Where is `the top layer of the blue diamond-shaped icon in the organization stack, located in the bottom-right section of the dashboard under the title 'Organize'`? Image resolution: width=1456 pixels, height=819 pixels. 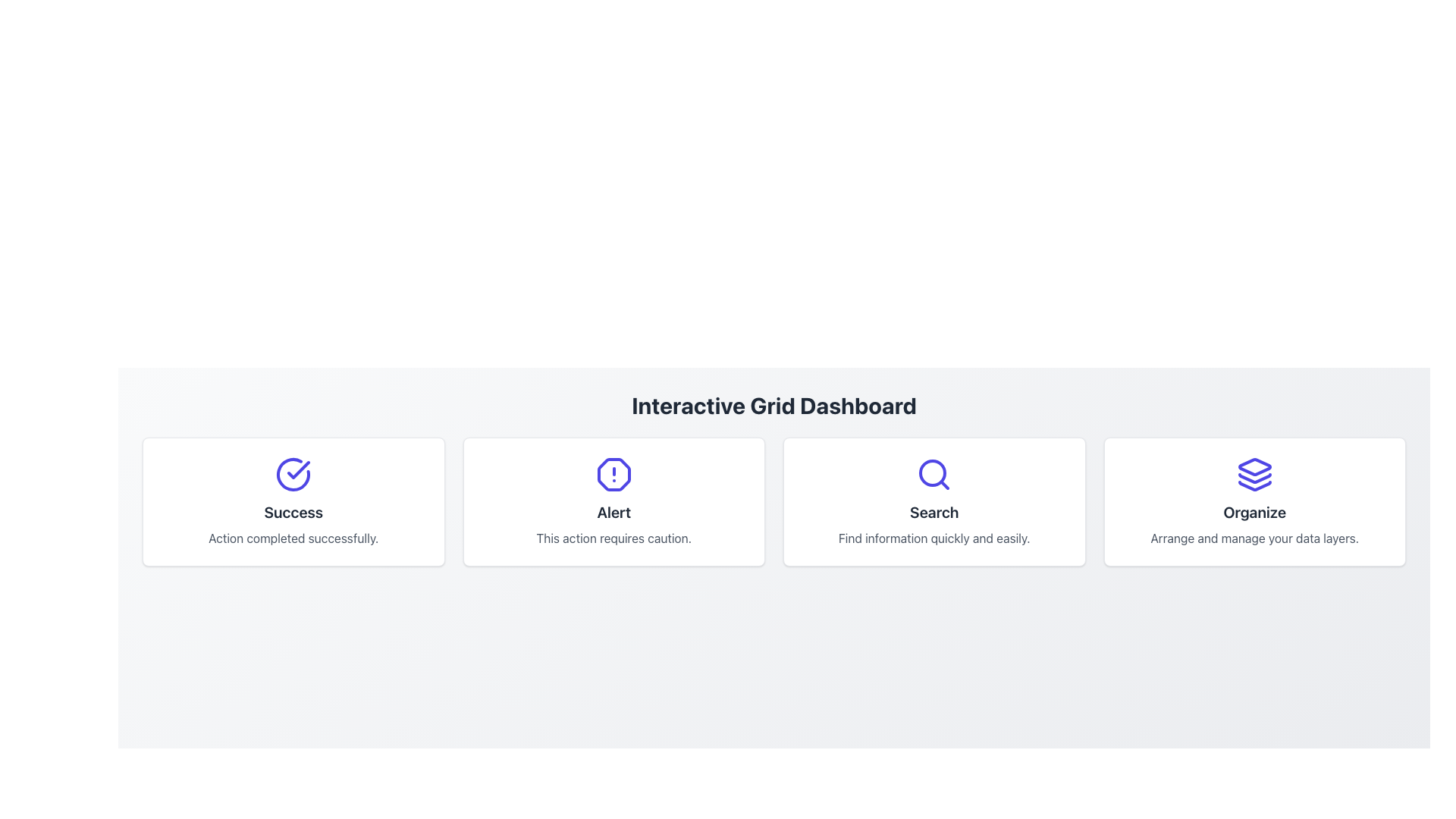
the top layer of the blue diamond-shaped icon in the organization stack, located in the bottom-right section of the dashboard under the title 'Organize' is located at coordinates (1254, 466).